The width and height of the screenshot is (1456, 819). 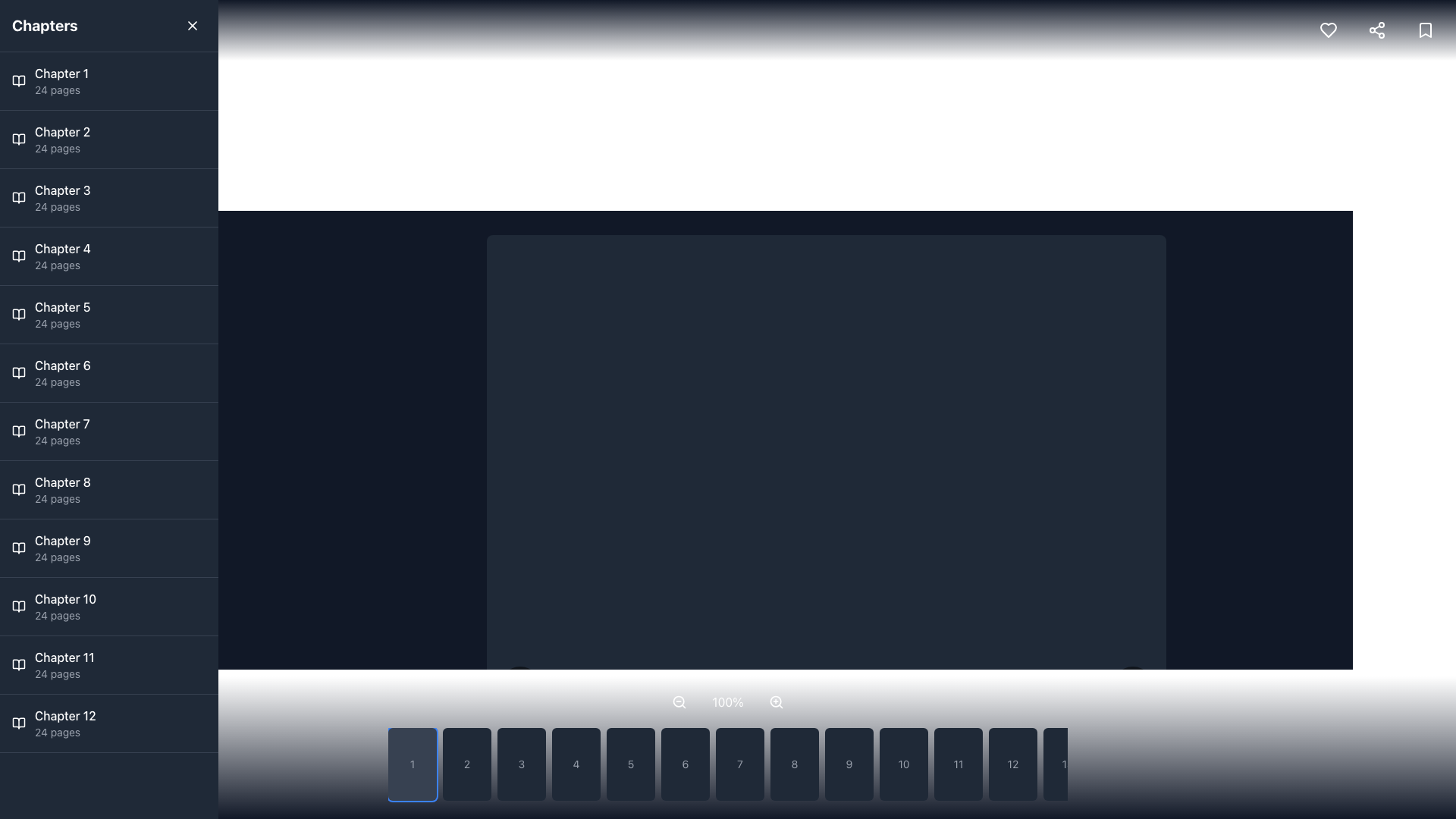 What do you see at coordinates (61, 265) in the screenshot?
I see `textual information displayed in the '24 pages' label located under the 'Chapter 4' title in the left sidebar` at bounding box center [61, 265].